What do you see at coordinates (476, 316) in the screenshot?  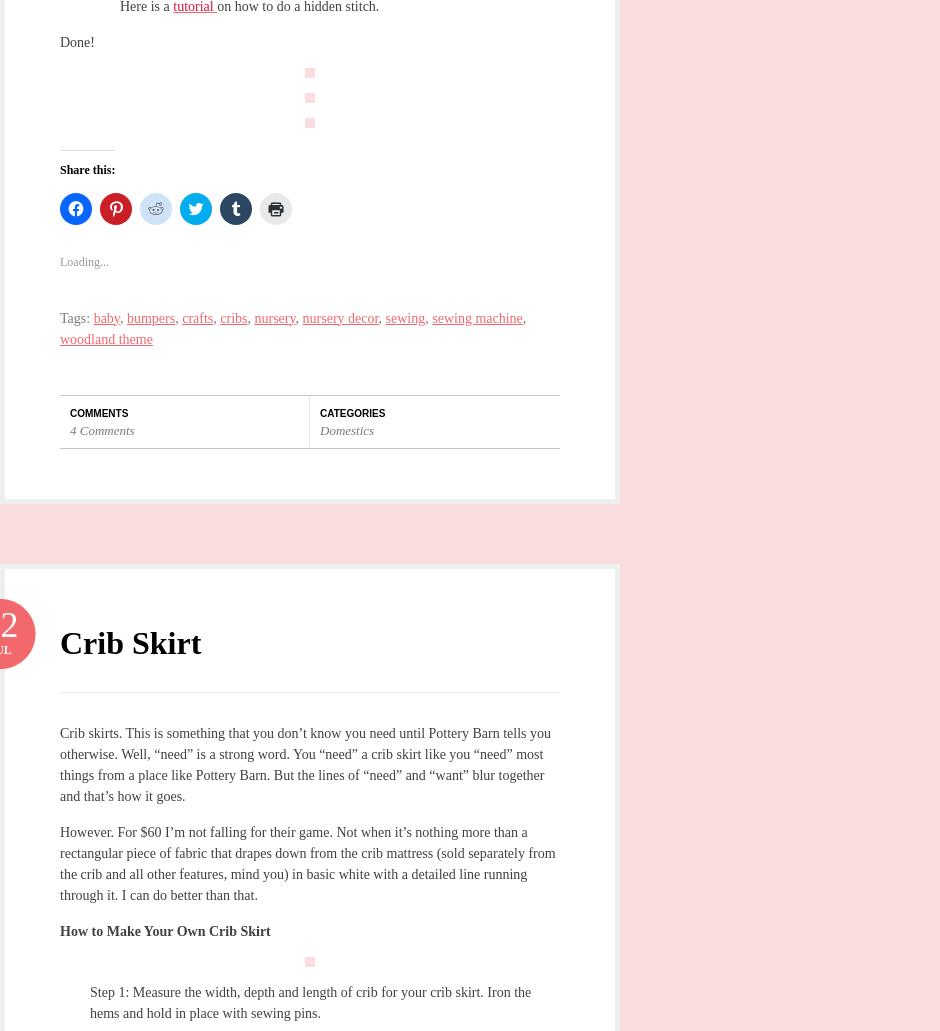 I see `'sewing machine'` at bounding box center [476, 316].